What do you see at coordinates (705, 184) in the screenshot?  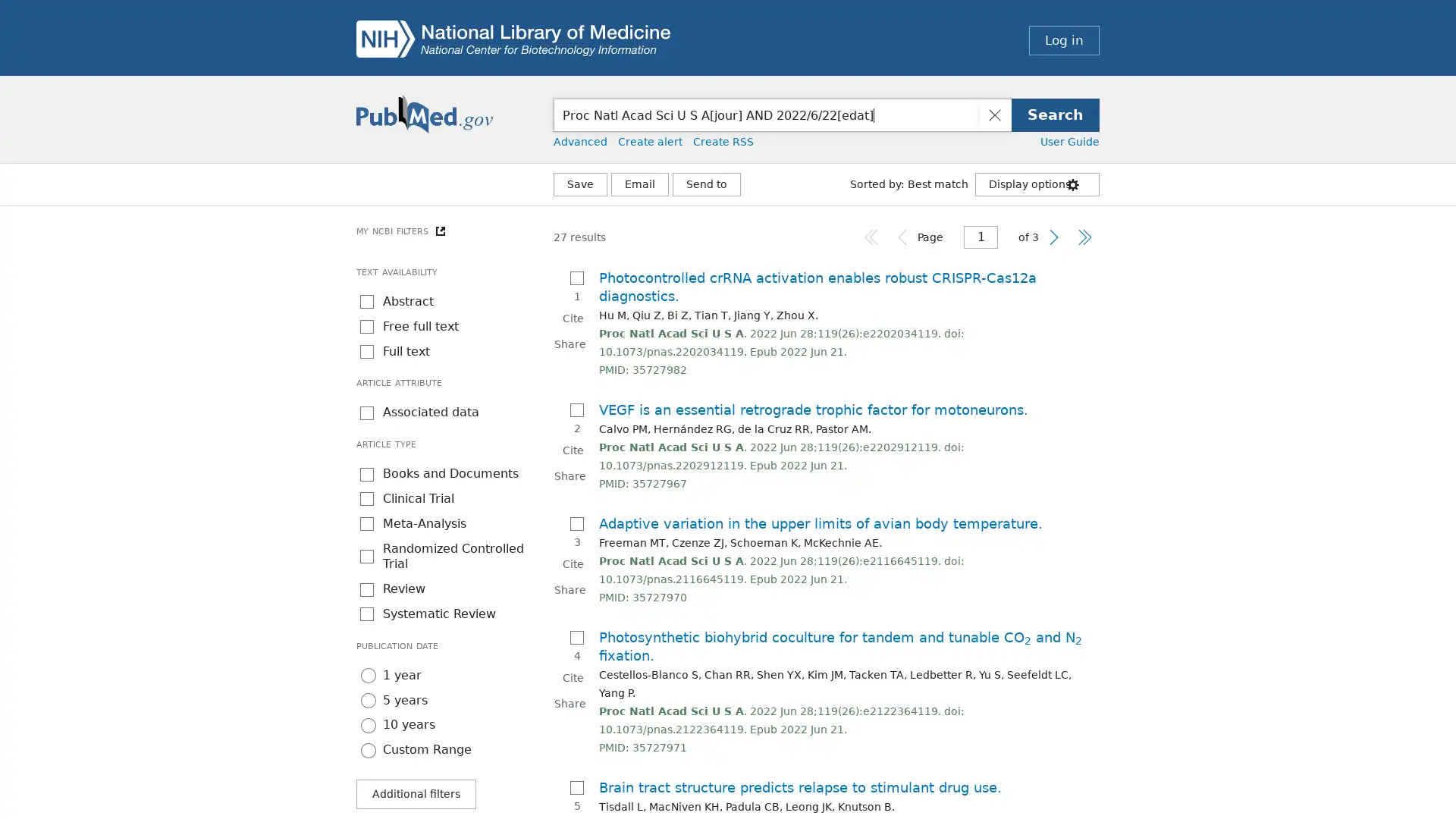 I see `More Actions` at bounding box center [705, 184].